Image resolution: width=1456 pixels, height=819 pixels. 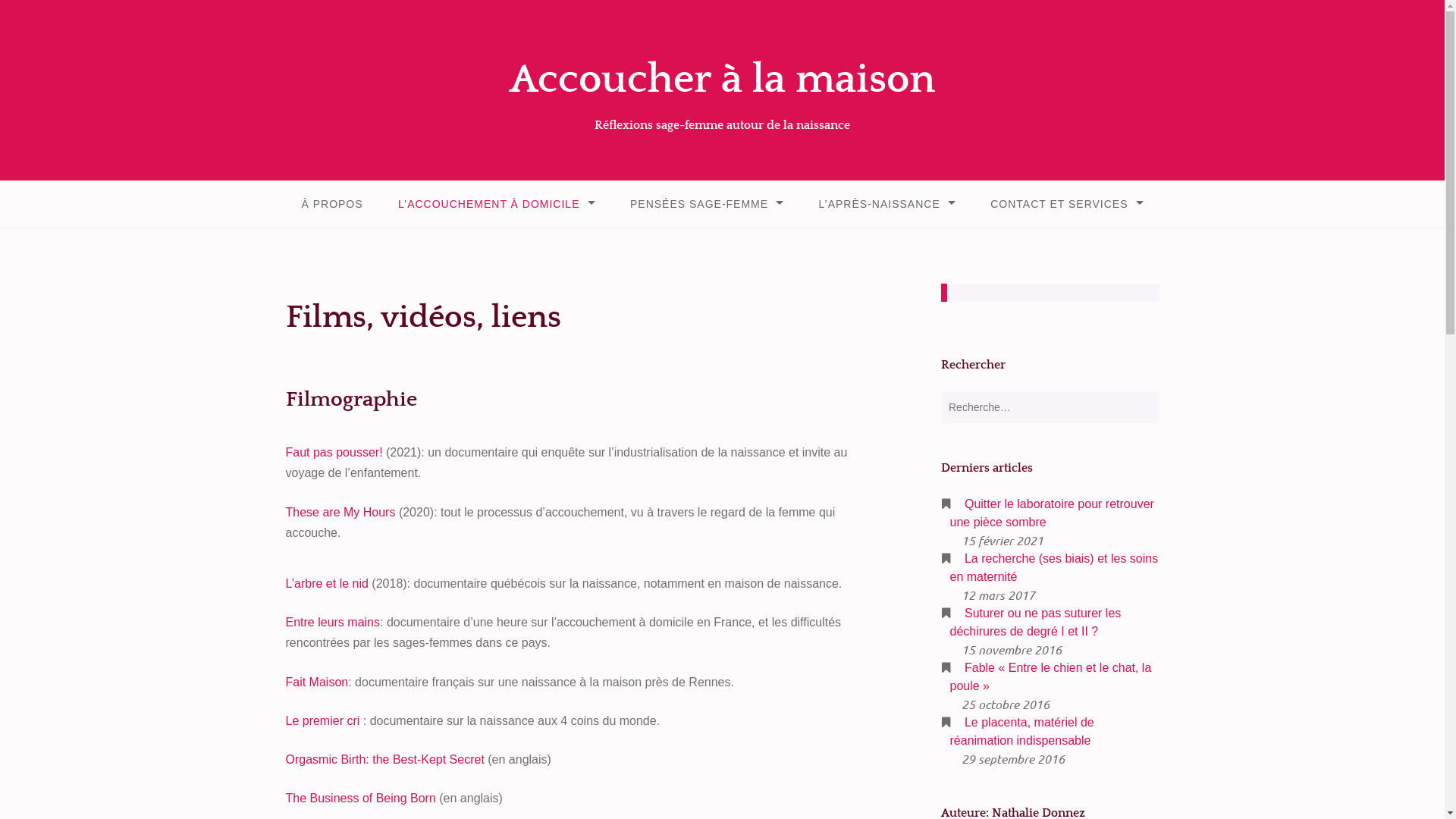 I want to click on 'These are My Hours', so click(x=339, y=512).